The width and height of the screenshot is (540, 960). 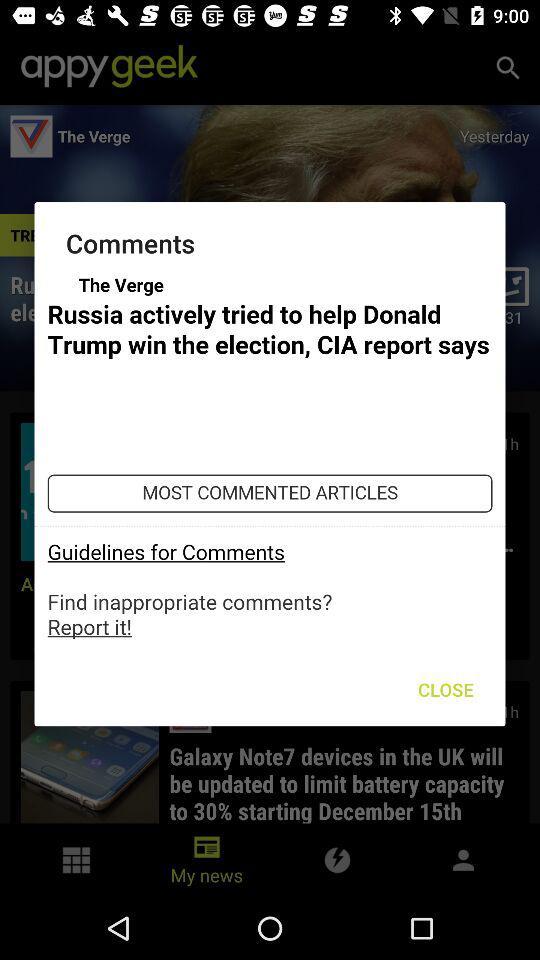 I want to click on option, so click(x=270, y=456).